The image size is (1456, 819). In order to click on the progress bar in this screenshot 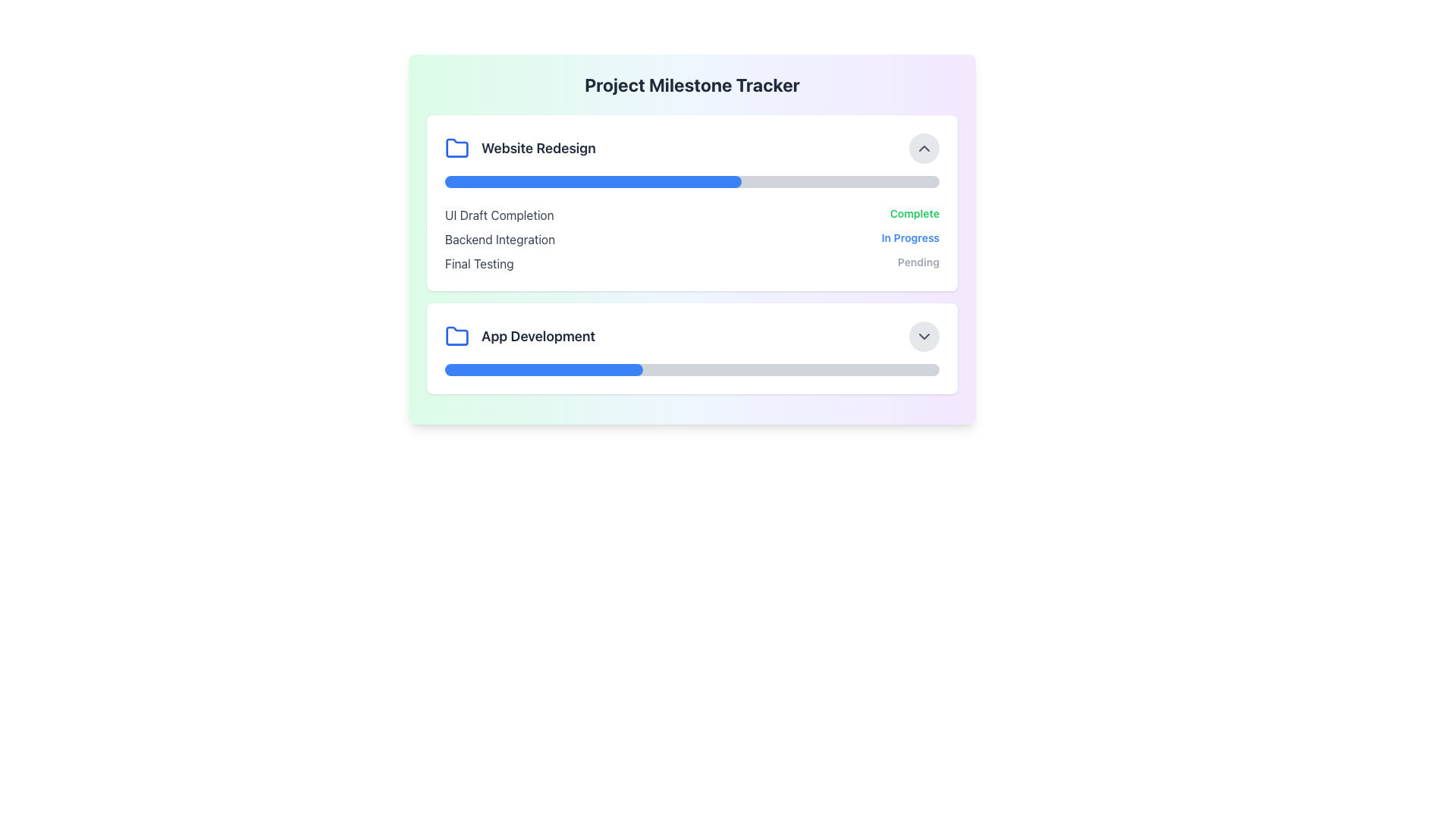, I will do `click(563, 180)`.